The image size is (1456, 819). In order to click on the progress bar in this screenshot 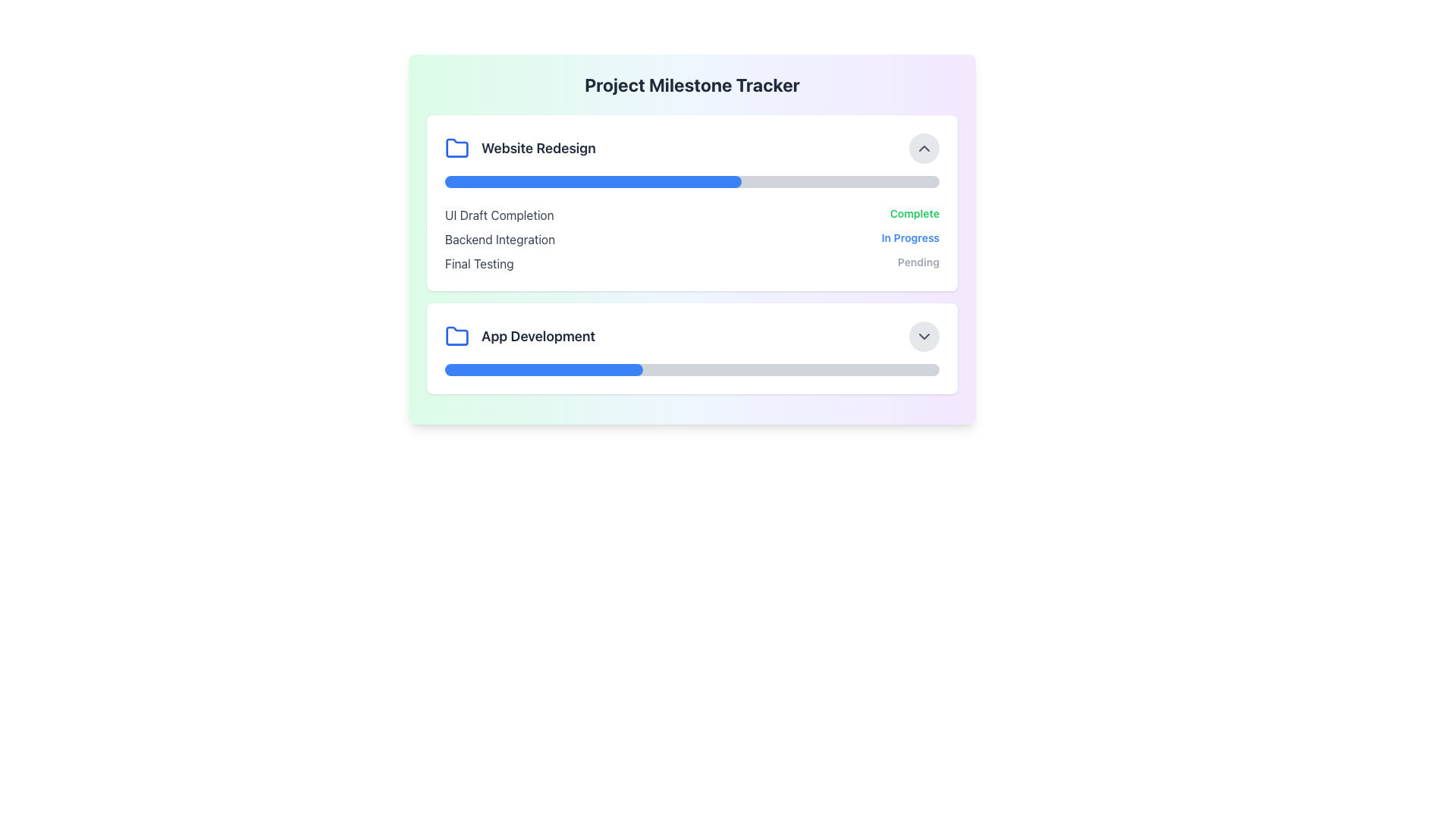, I will do `click(563, 180)`.